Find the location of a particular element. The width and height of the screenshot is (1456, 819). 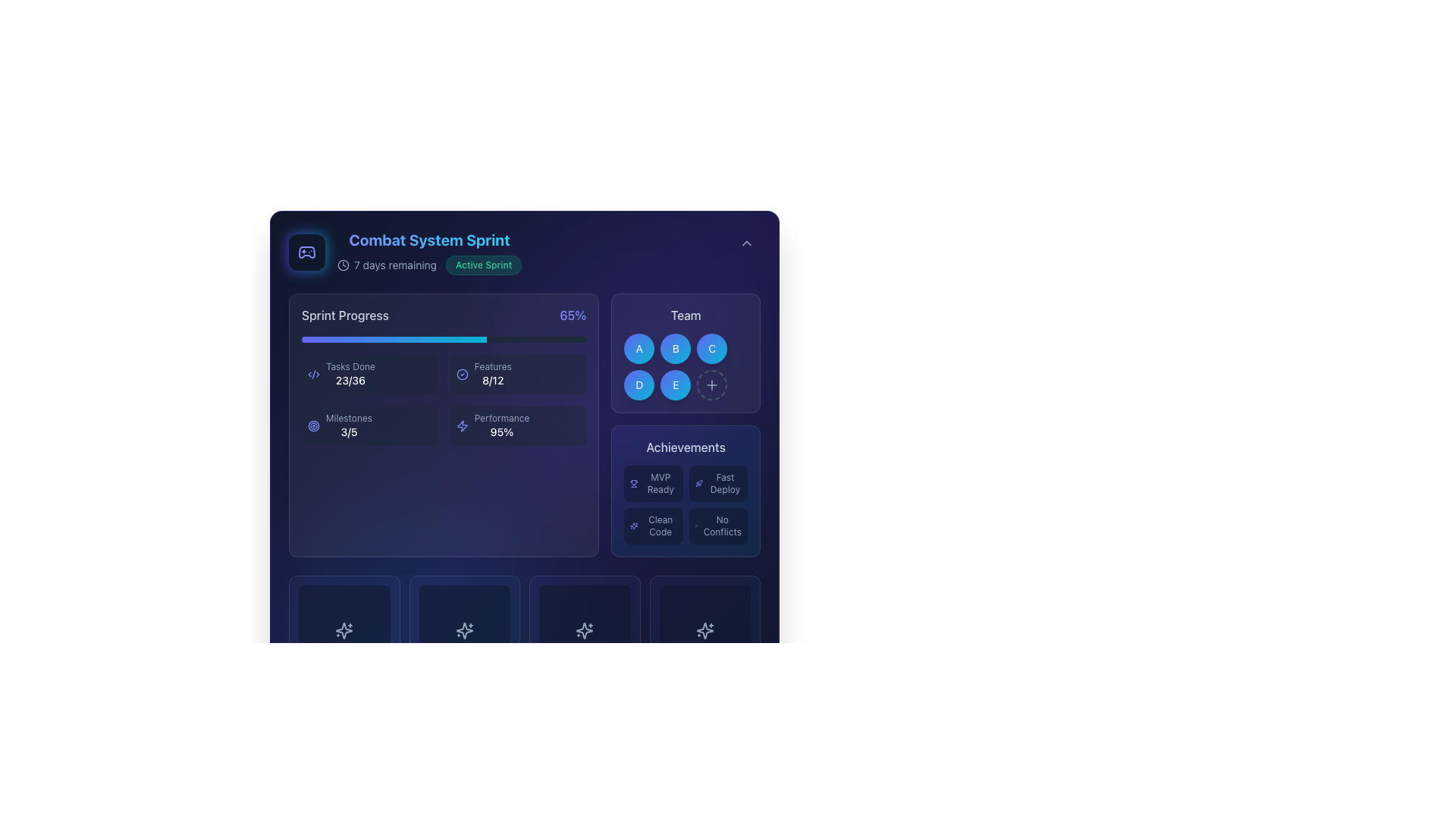

the decorative star-like icon located in the second column of the bottom row of the grid layout is located at coordinates (584, 631).